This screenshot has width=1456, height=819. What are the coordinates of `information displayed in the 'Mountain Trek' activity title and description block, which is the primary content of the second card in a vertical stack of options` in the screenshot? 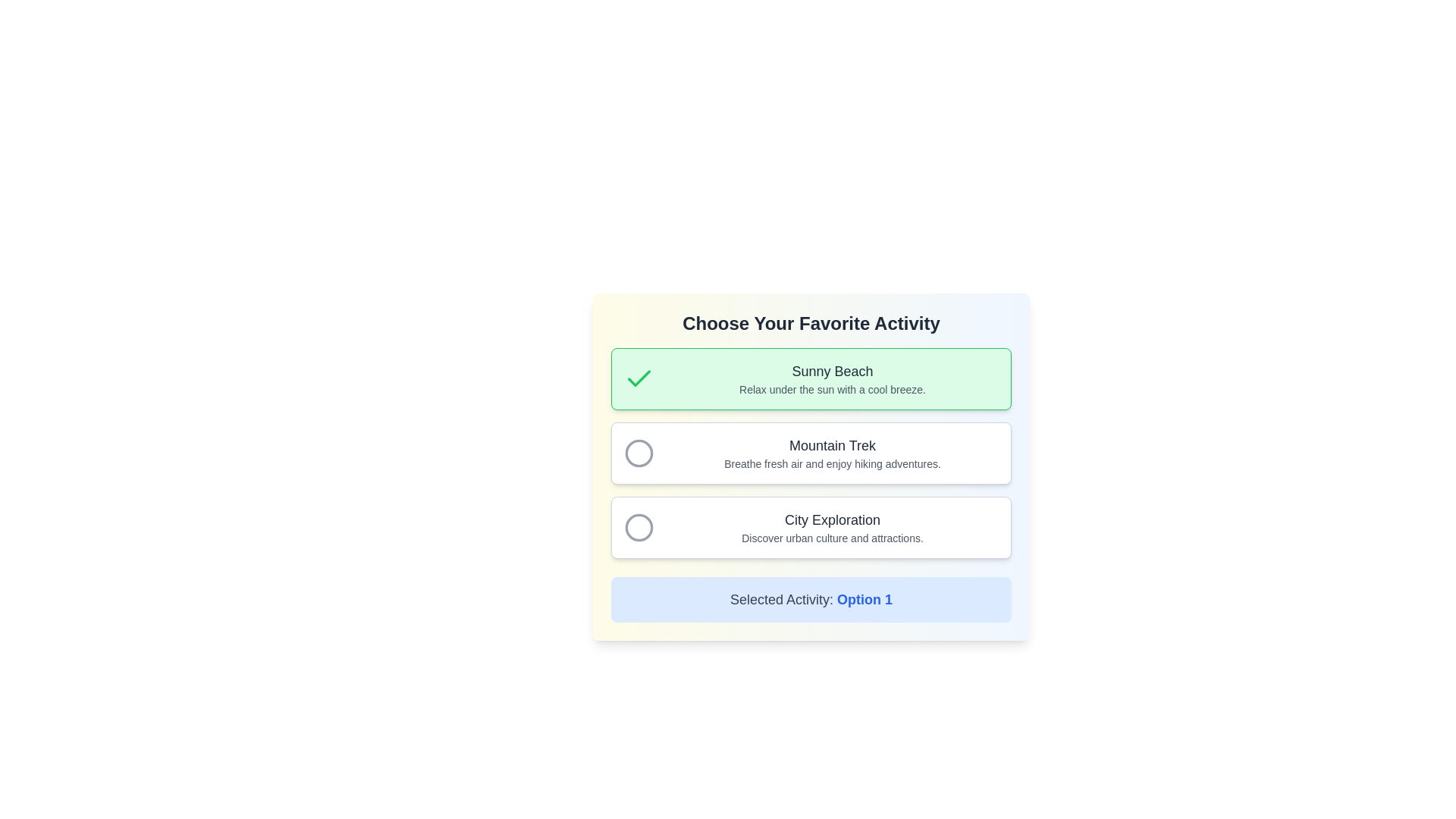 It's located at (832, 452).